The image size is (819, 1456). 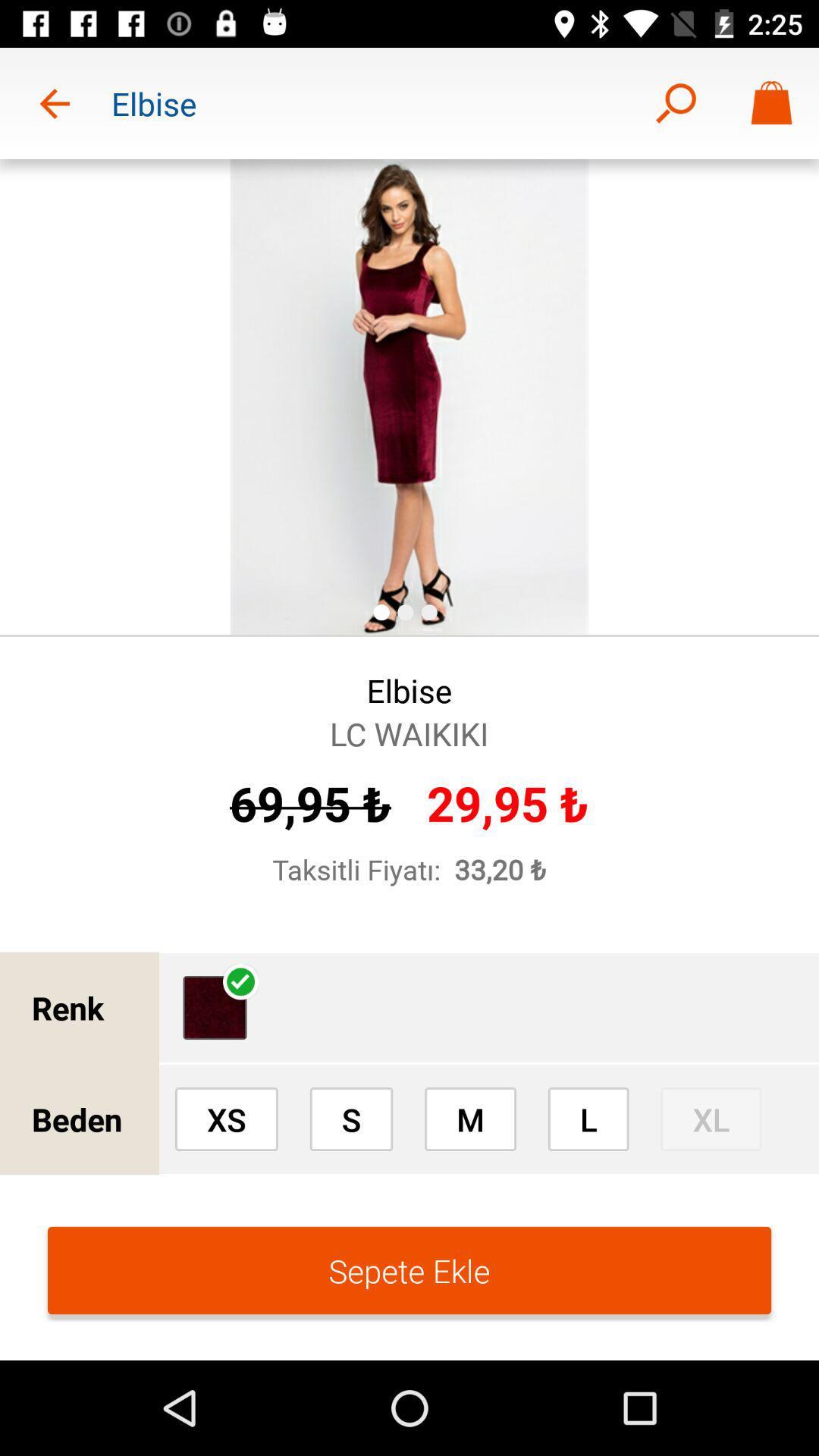 What do you see at coordinates (227, 1119) in the screenshot?
I see `xs` at bounding box center [227, 1119].